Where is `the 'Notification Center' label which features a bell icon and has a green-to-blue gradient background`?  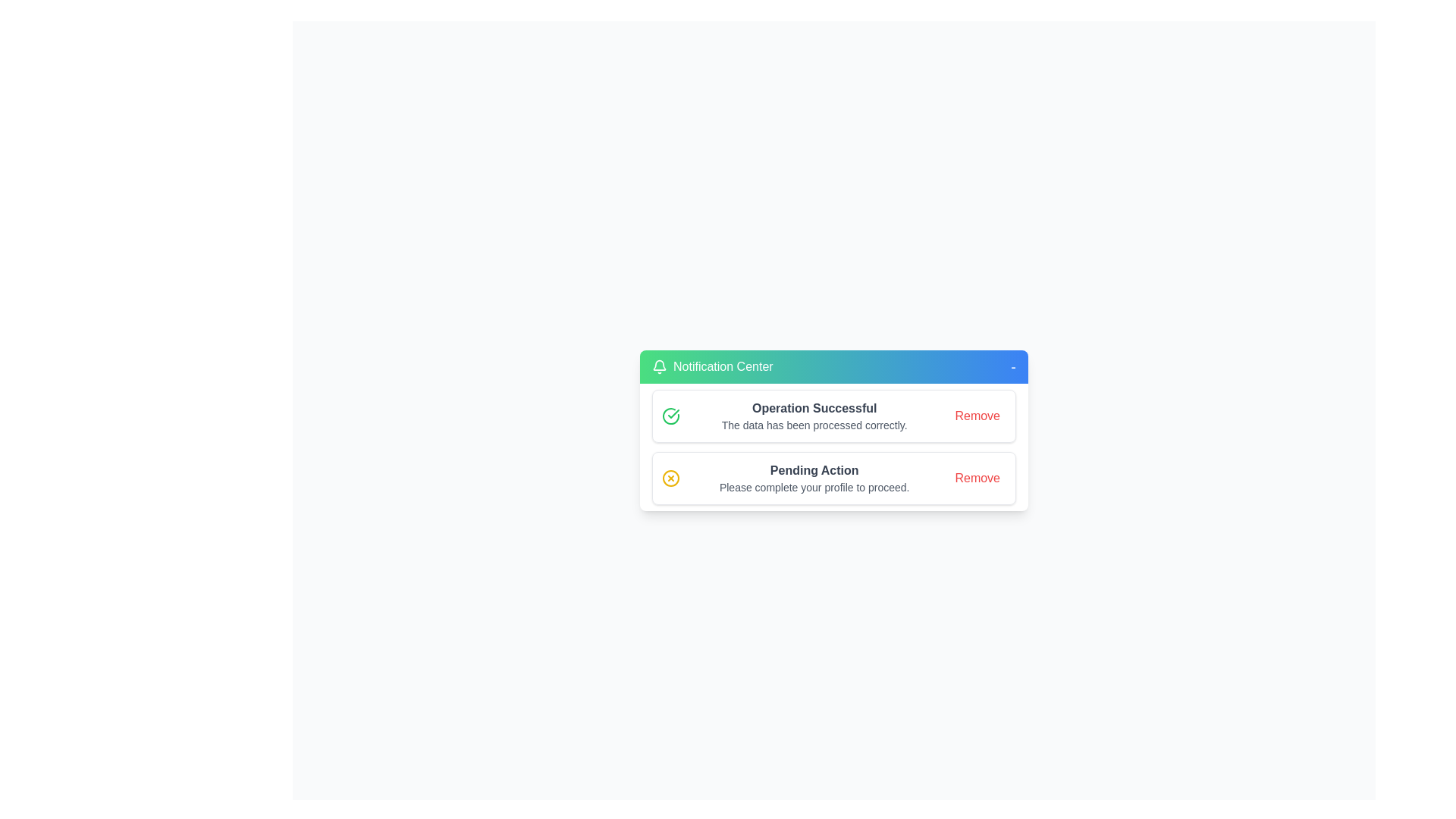 the 'Notification Center' label which features a bell icon and has a green-to-blue gradient background is located at coordinates (711, 366).